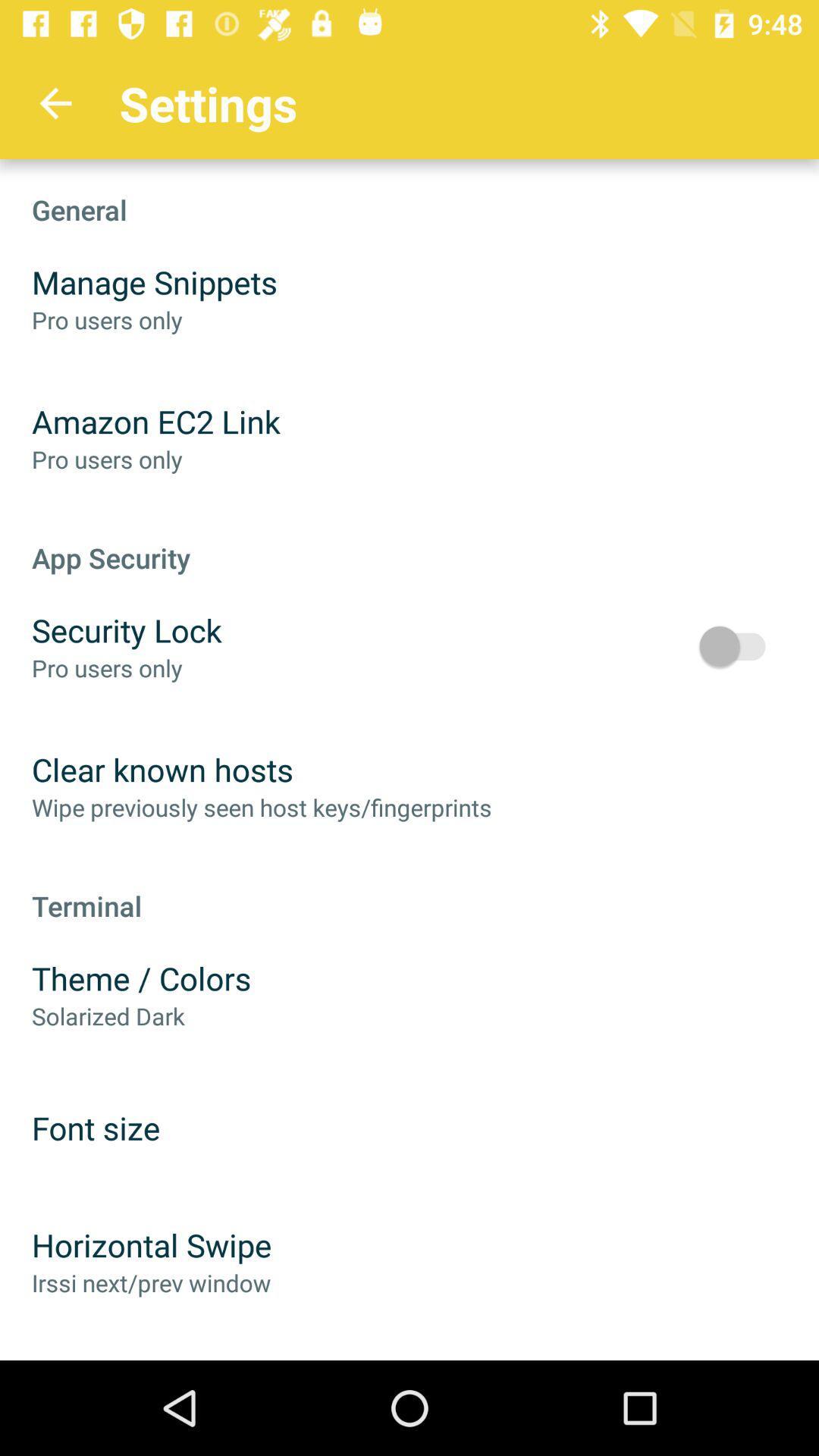 The image size is (819, 1456). Describe the element at coordinates (155, 421) in the screenshot. I see `amazon ec2 link item` at that location.